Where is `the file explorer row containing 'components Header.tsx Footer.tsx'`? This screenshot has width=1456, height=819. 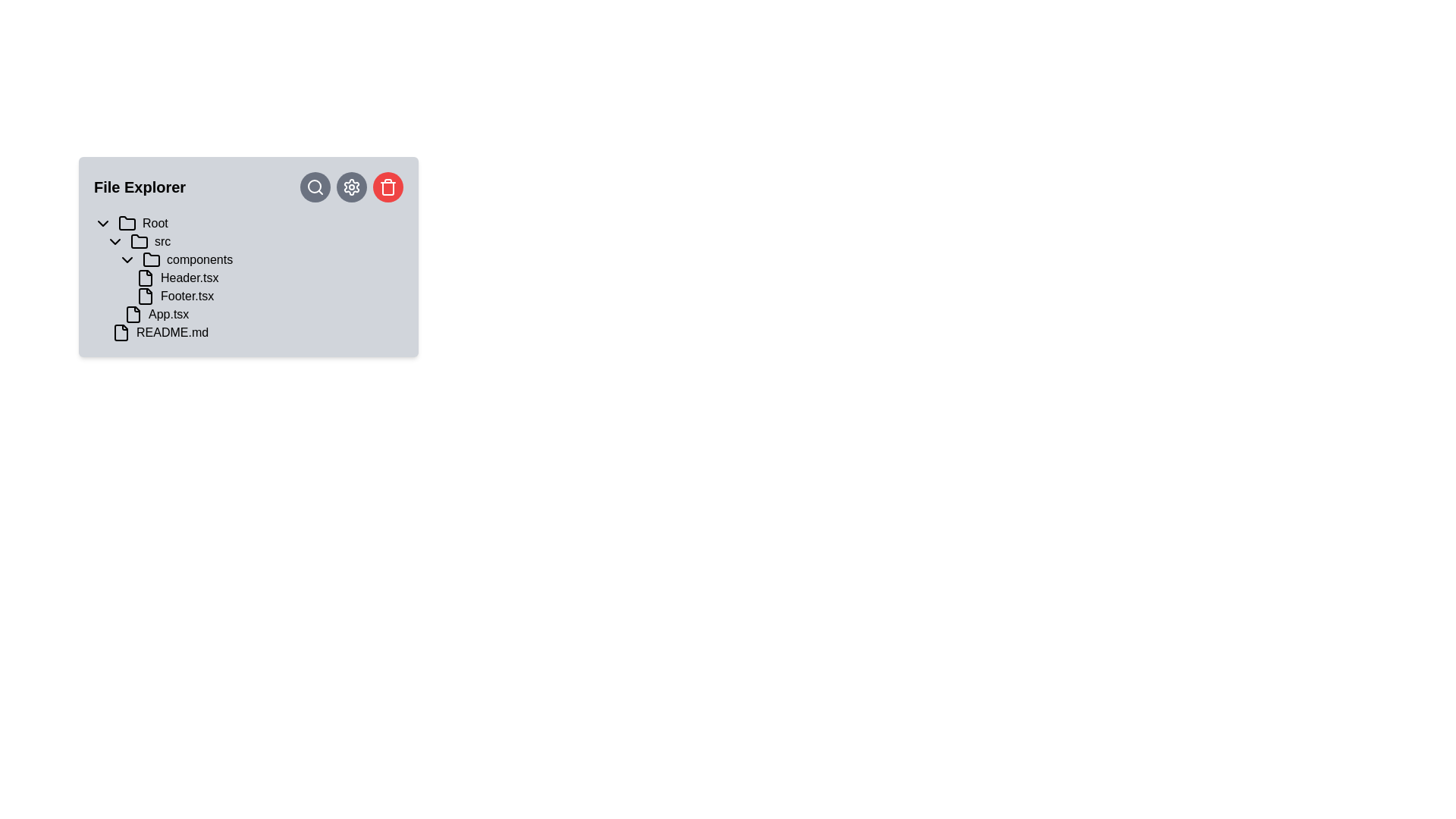 the file explorer row containing 'components Header.tsx Footer.tsx' is located at coordinates (261, 278).